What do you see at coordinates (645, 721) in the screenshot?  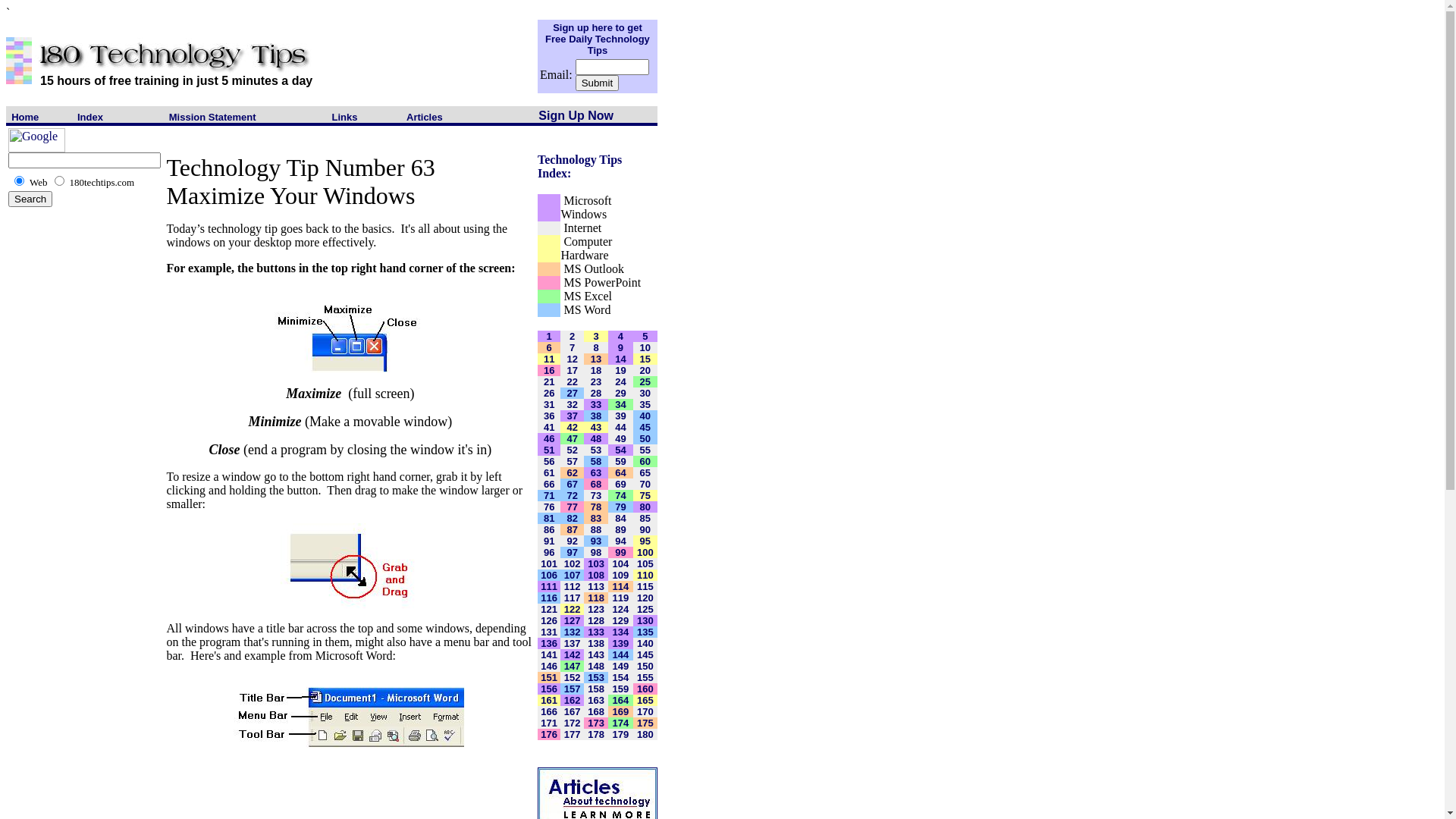 I see `'175'` at bounding box center [645, 721].